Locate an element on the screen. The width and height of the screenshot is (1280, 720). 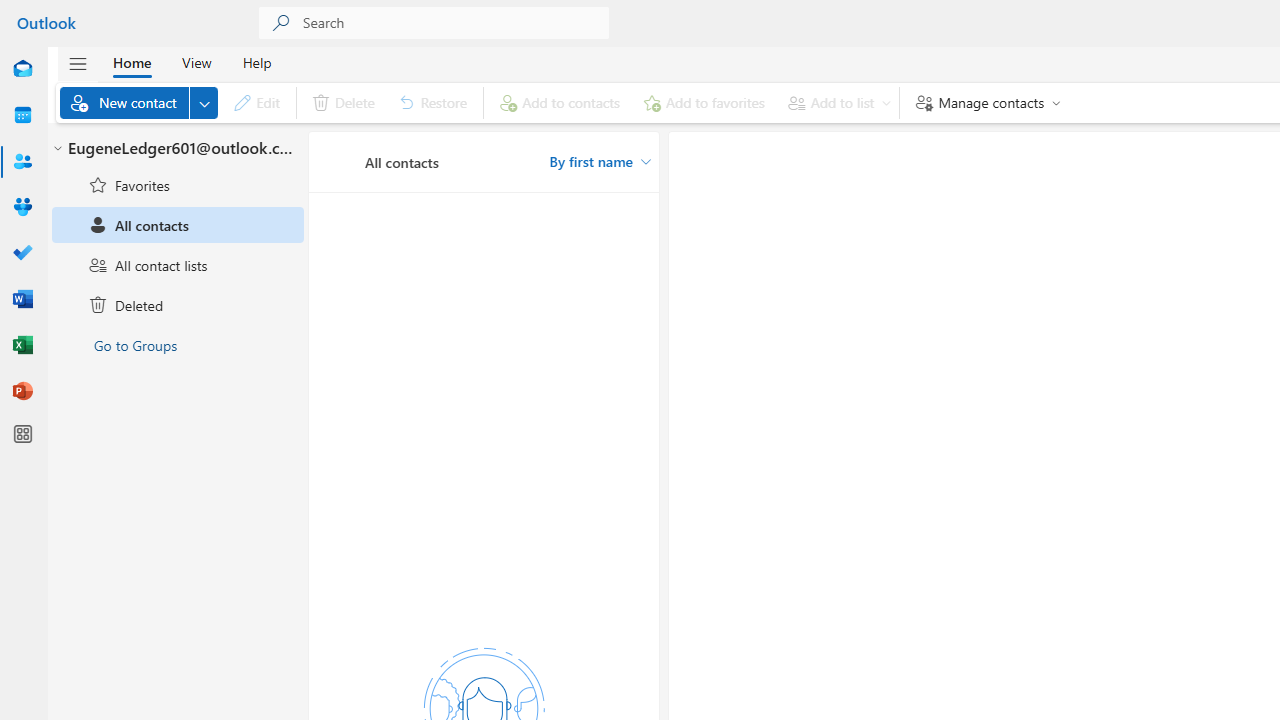
'Go to Groups' is located at coordinates (178, 343).